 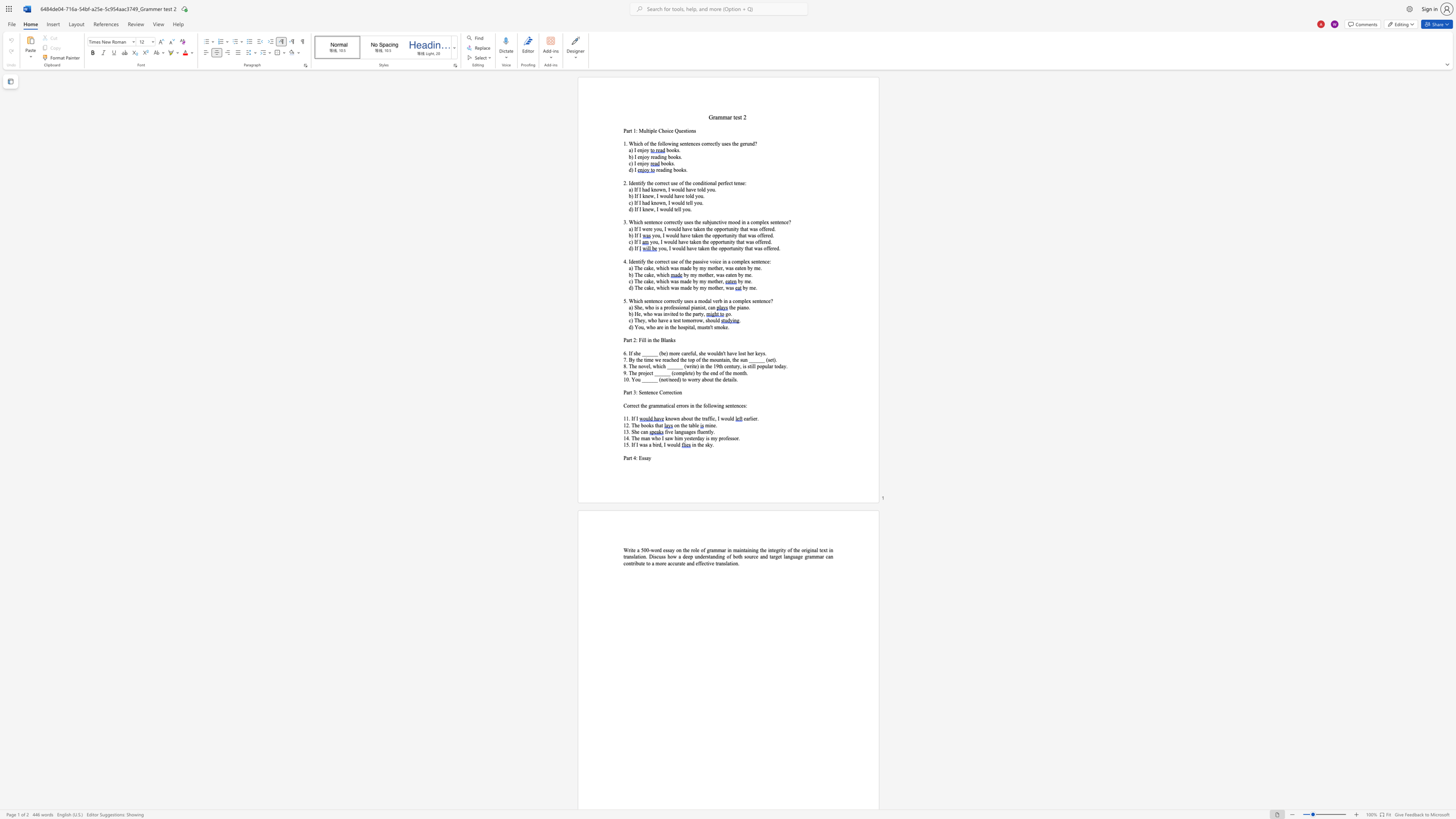 I want to click on the subset text "Corr" within the text "Part 3: Sentence Correction", so click(x=658, y=392).